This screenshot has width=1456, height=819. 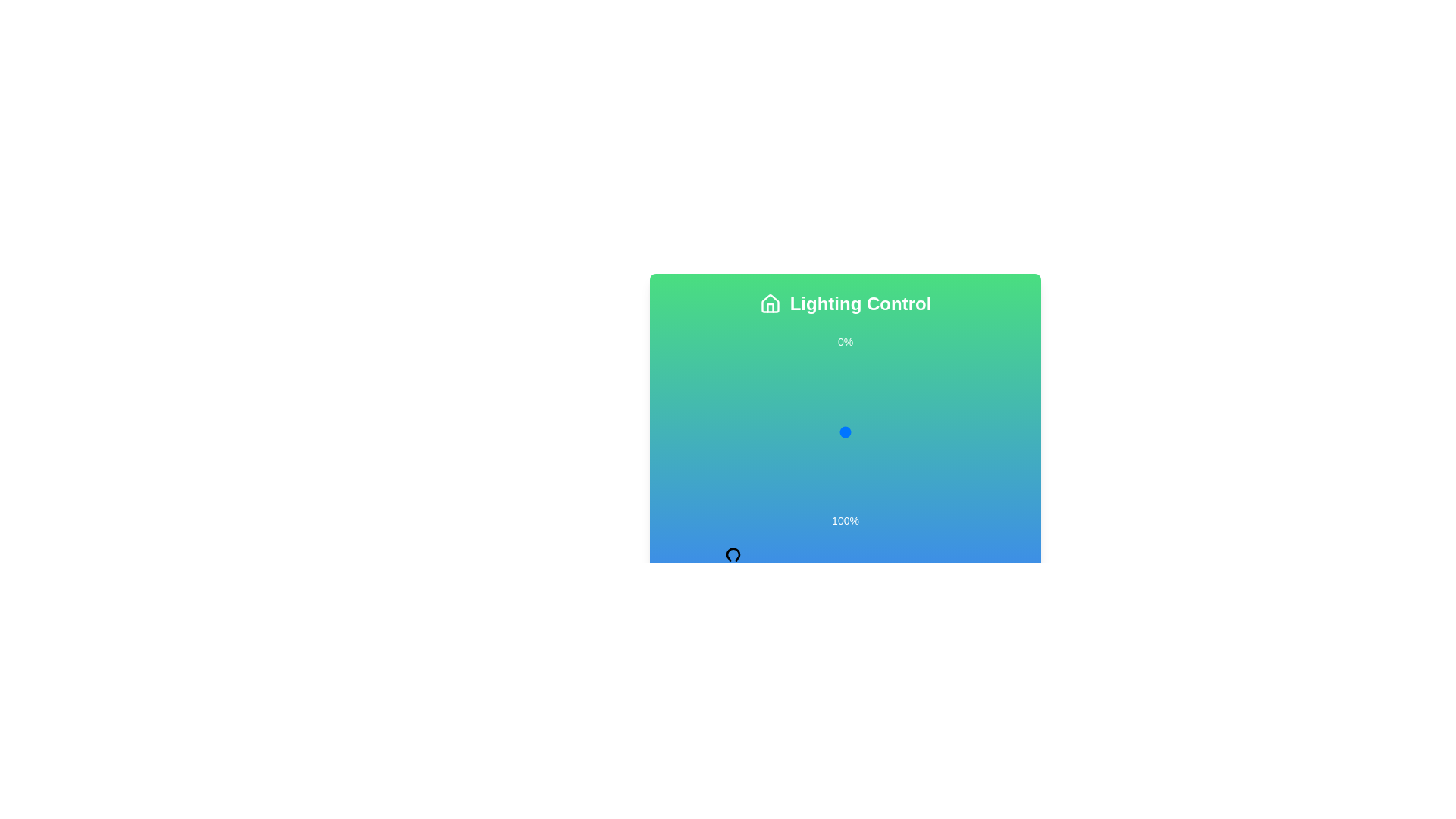 I want to click on the slider, so click(x=844, y=434).